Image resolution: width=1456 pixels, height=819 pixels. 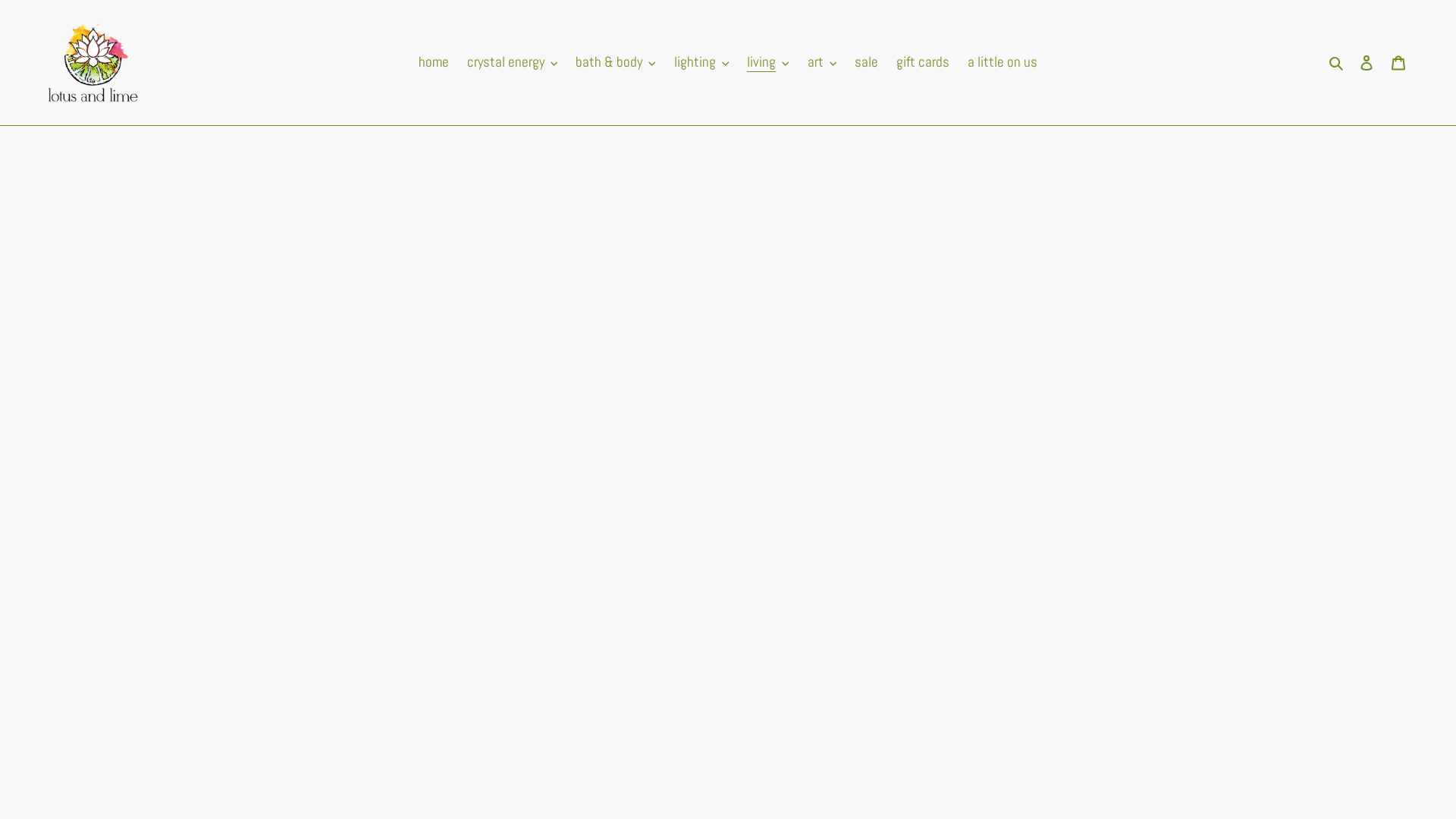 I want to click on 'Search', so click(x=1337, y=61).